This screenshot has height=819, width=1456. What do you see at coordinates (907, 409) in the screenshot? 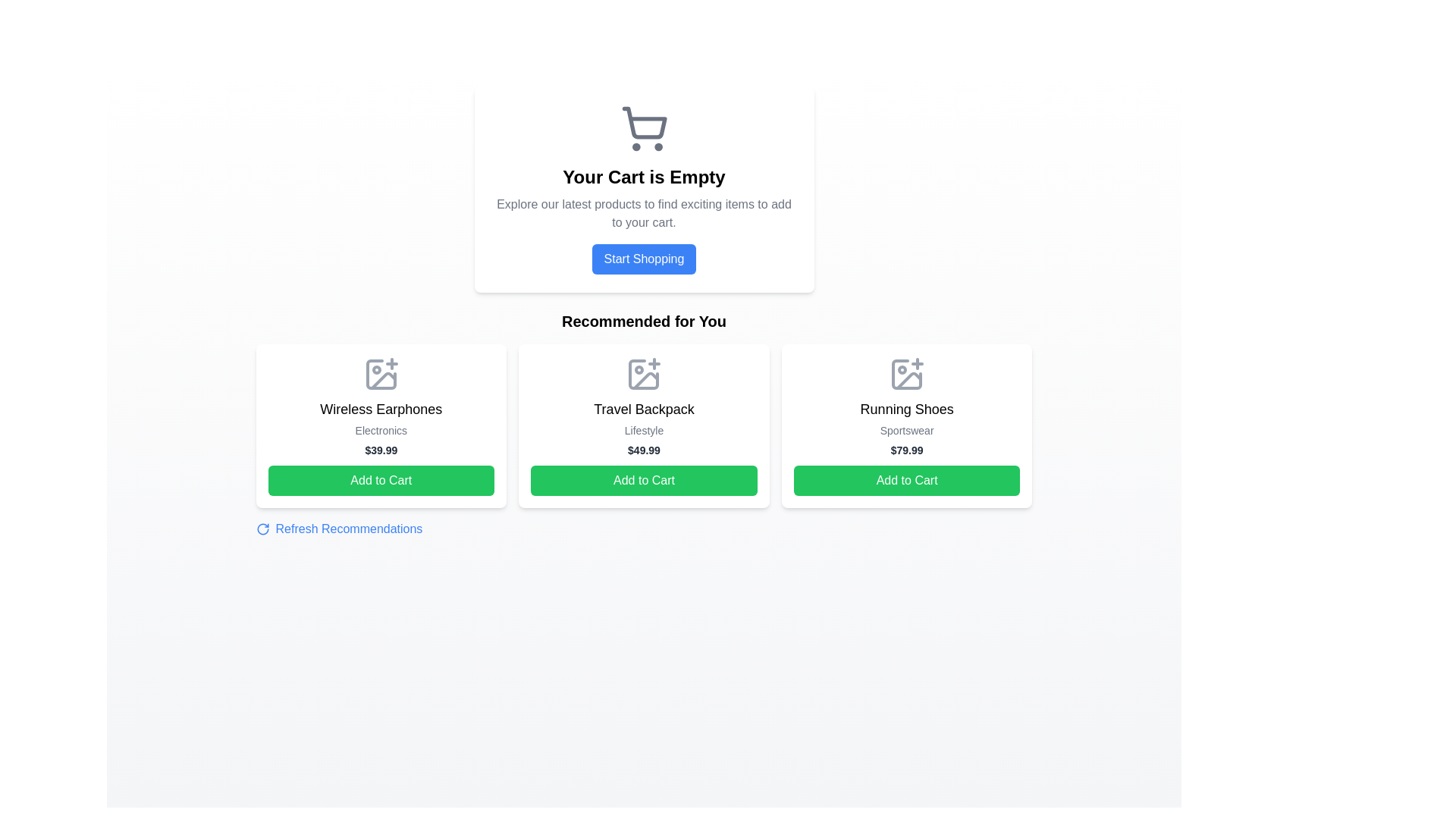
I see `the 'Running Shoes' text label, which is styled in bold font and located in the middle column of a three-column card layout, positioned below an image placeholder and above a smaller label 'Sportswear'` at bounding box center [907, 409].